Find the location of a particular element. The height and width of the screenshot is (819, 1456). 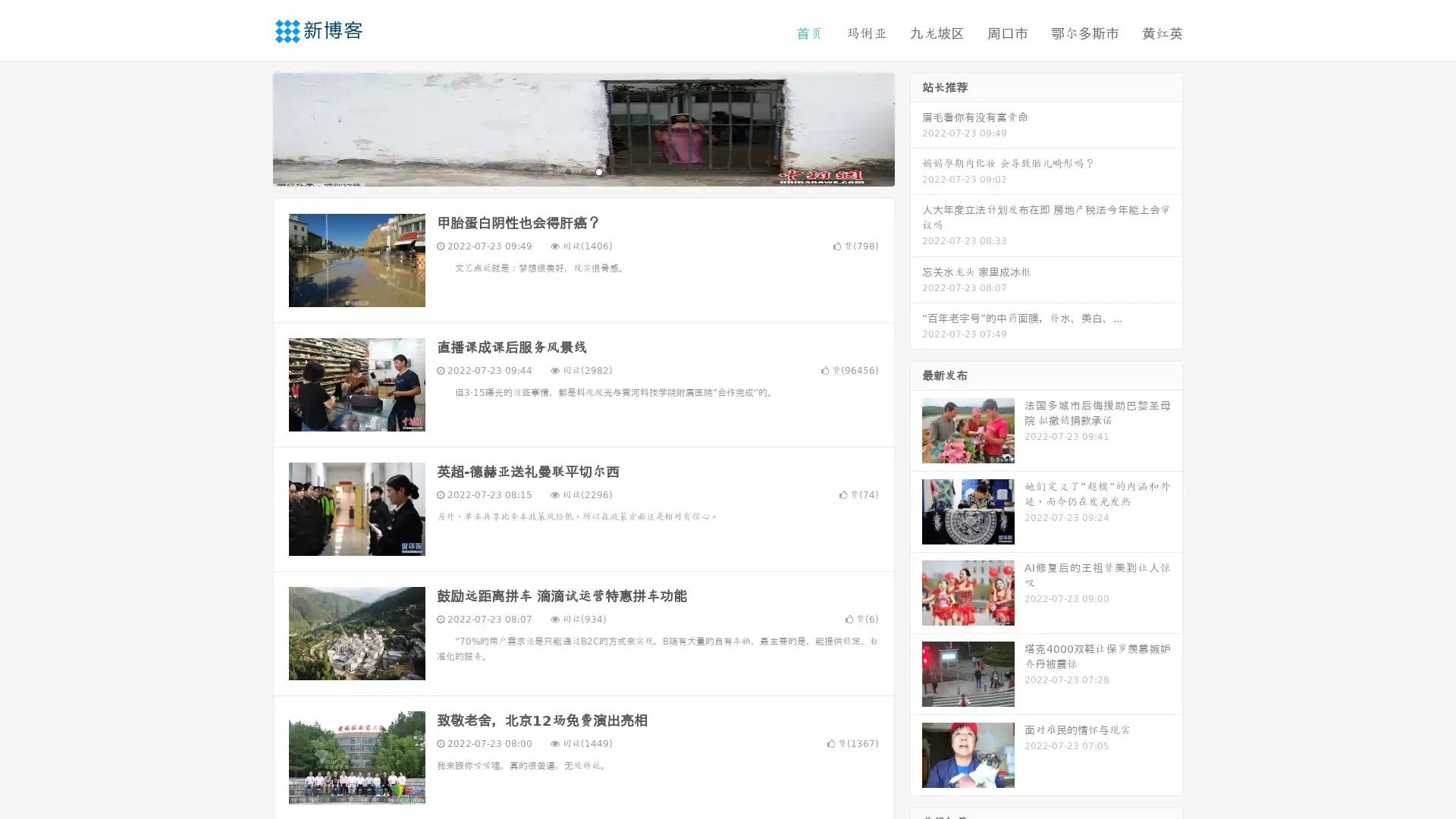

Go to slide 2 is located at coordinates (582, 171).